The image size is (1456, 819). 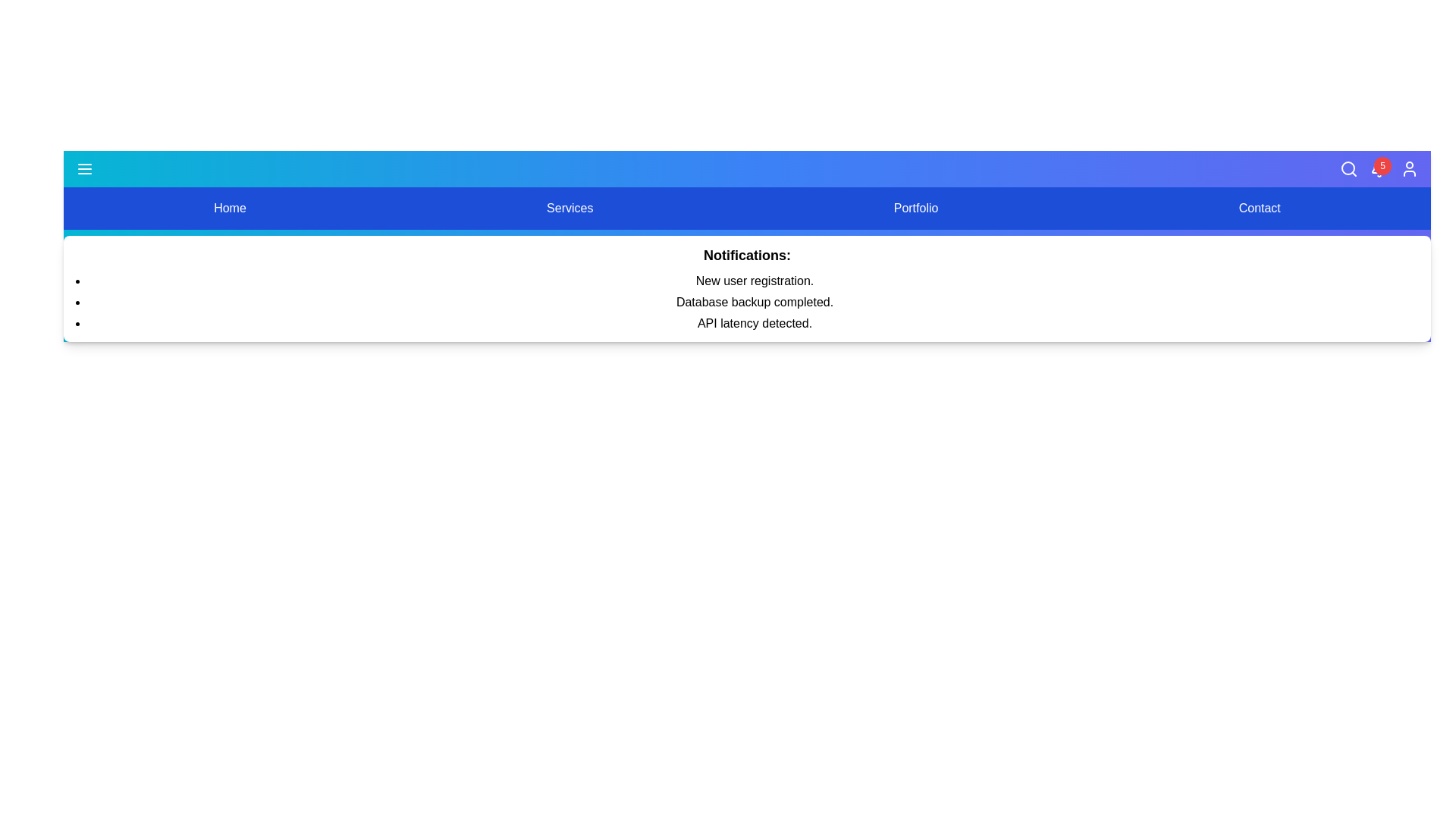 I want to click on the menu option Services by clicking on it, so click(x=568, y=208).